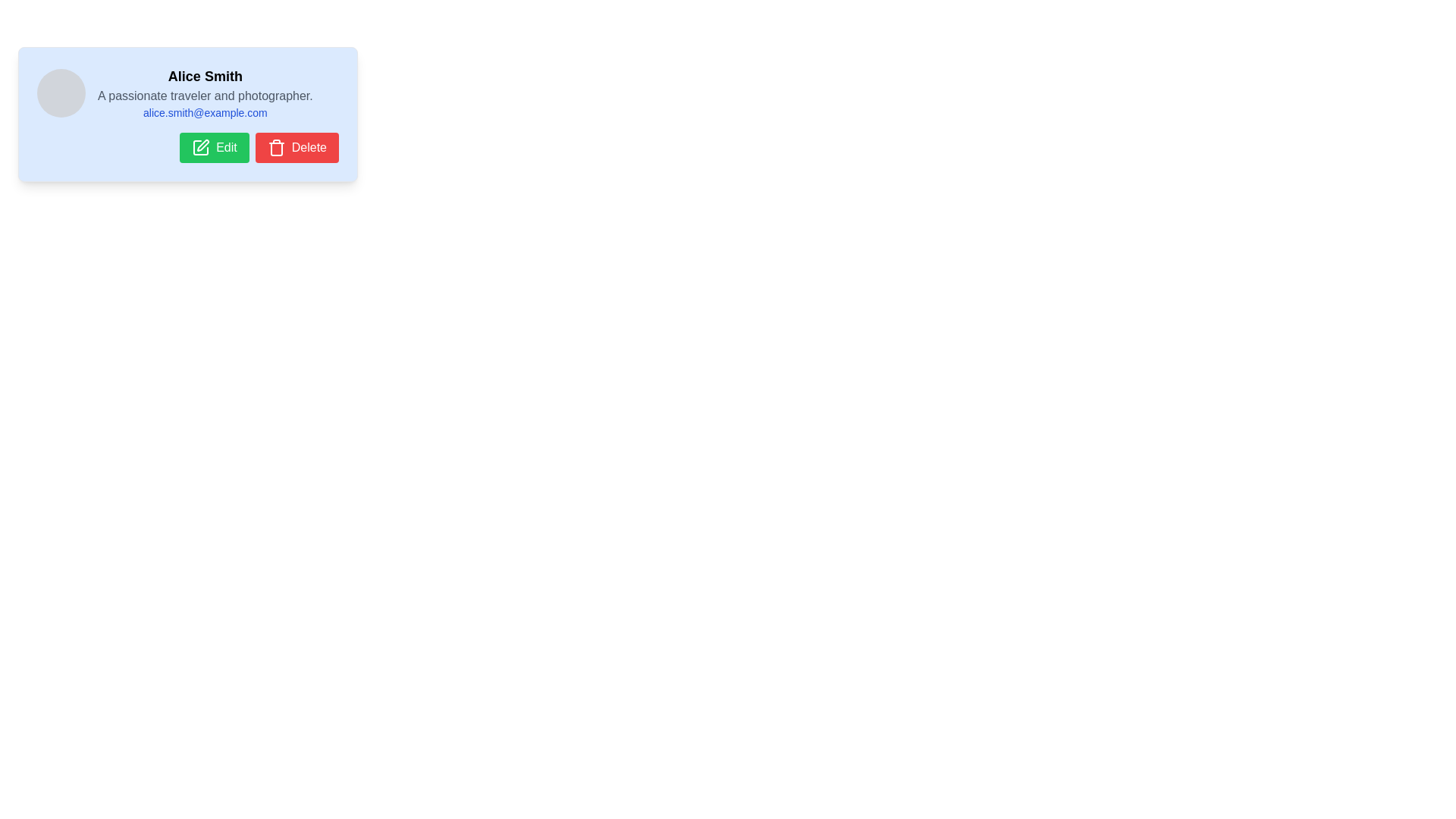  I want to click on the green edit action icon located centrally within the green rectangular button labeled 'Edit', so click(200, 148).